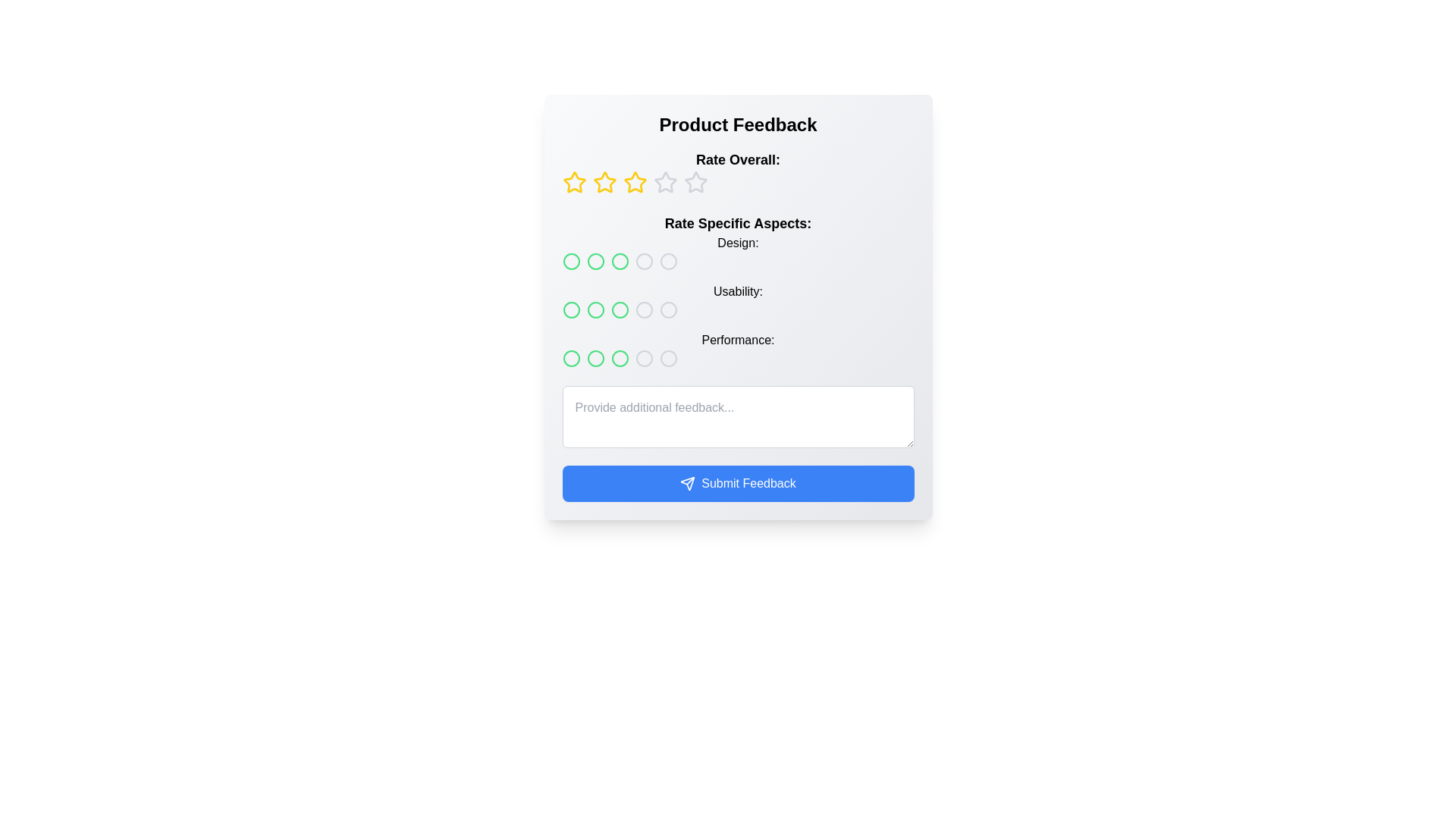 Image resolution: width=1456 pixels, height=819 pixels. Describe the element at coordinates (573, 181) in the screenshot. I see `the first star rating button` at that location.